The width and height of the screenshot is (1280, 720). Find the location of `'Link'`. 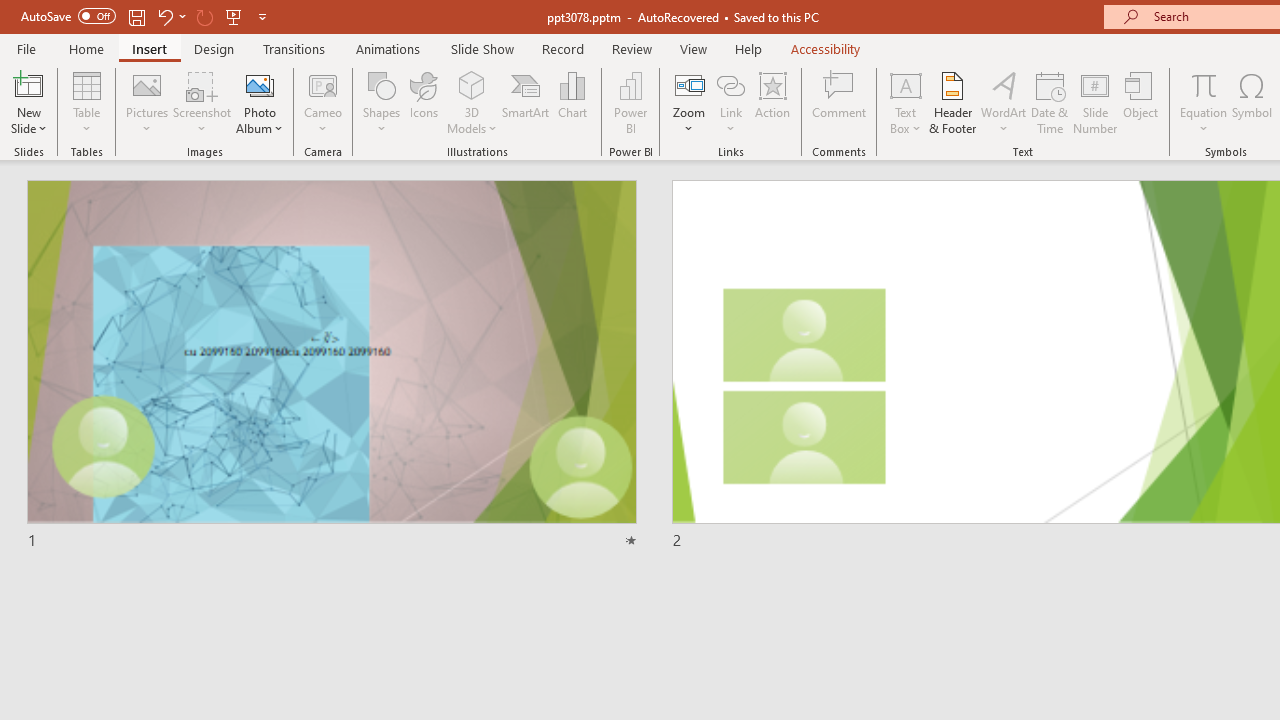

'Link' is located at coordinates (730, 84).